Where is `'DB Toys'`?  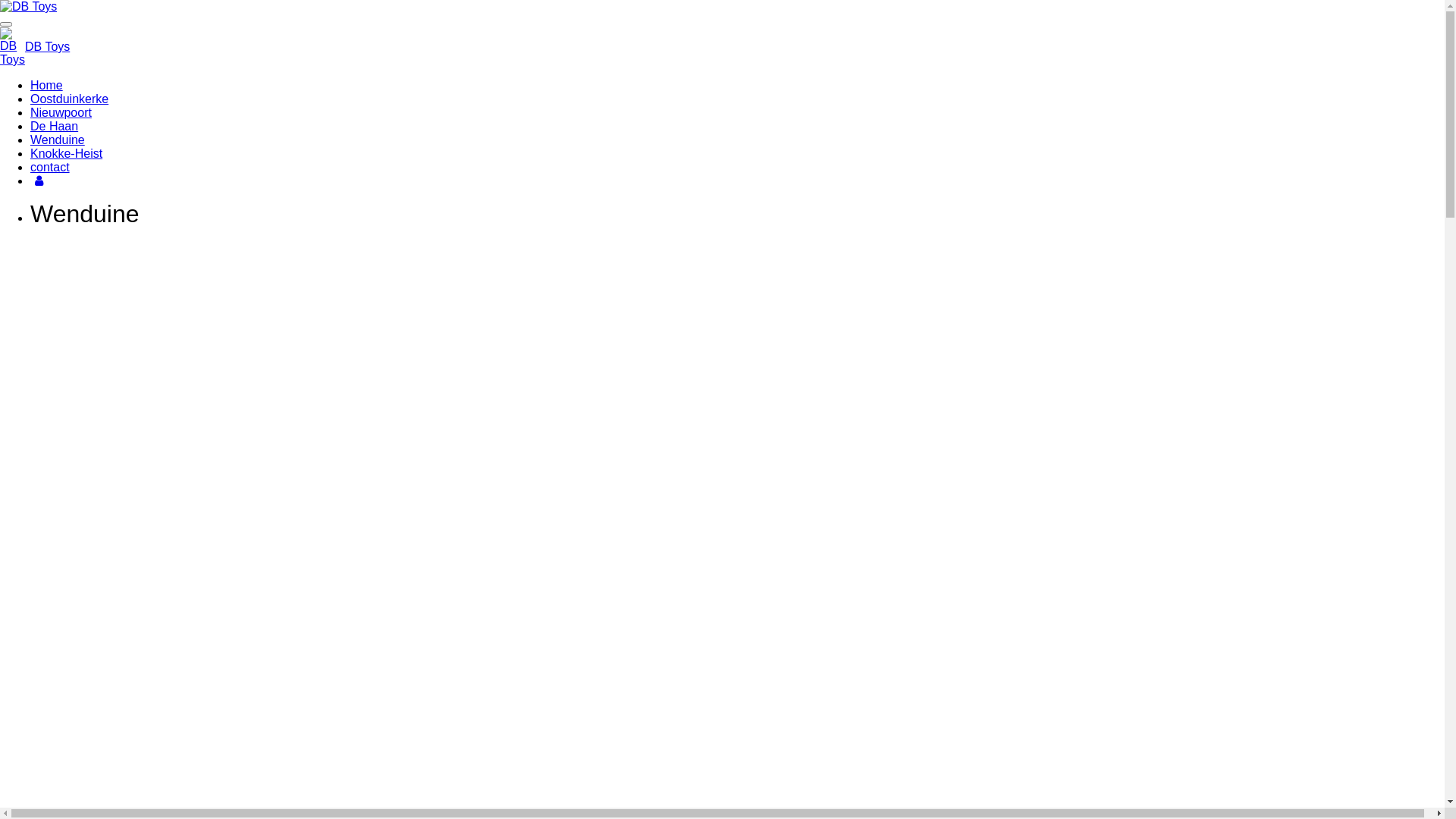 'DB Toys' is located at coordinates (47, 45).